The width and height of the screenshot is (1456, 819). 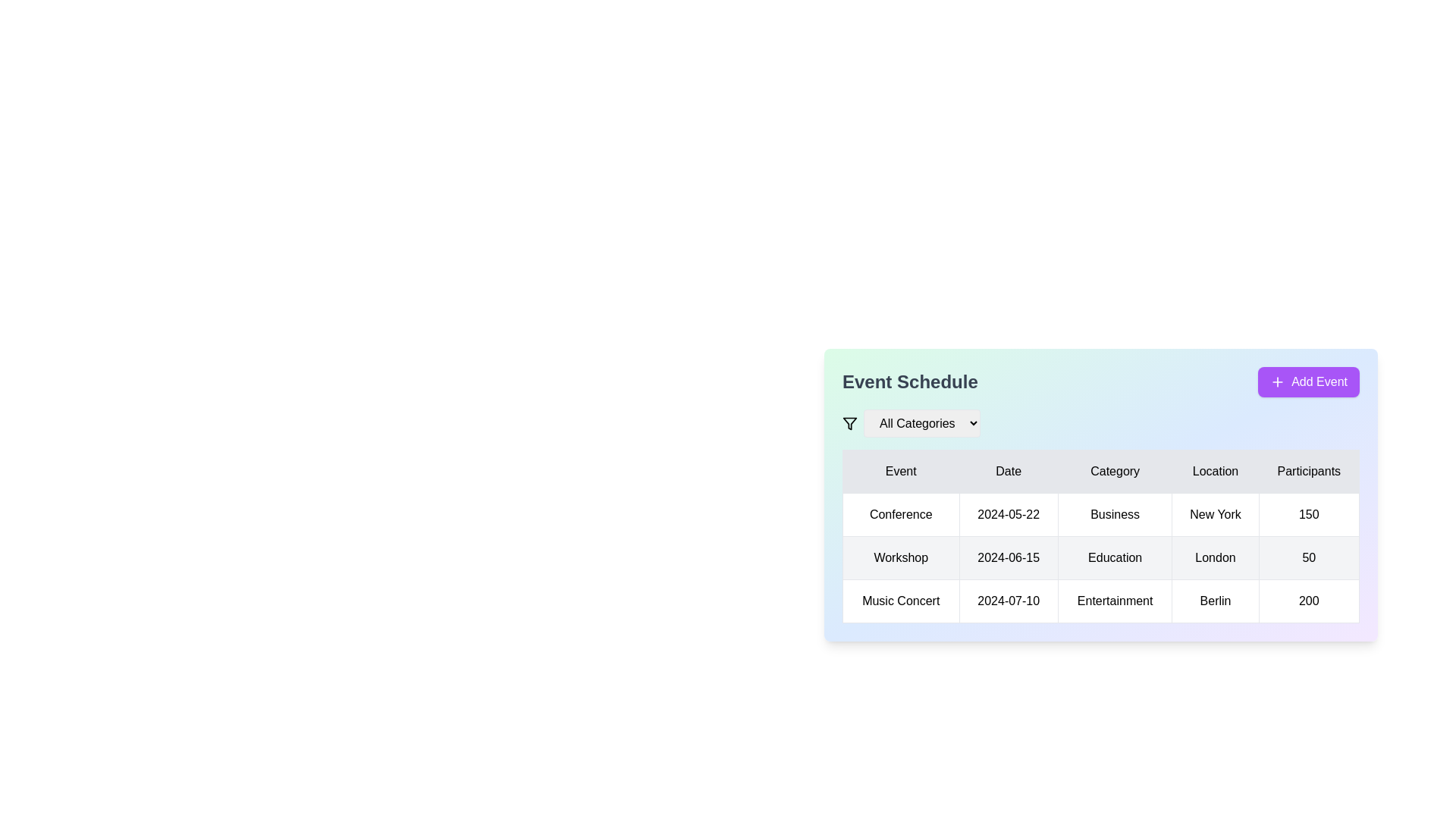 What do you see at coordinates (1100, 558) in the screenshot?
I see `the second row of the data table displaying details about the 'Workshop' event scheduled for '2024-06-15' in 'London'` at bounding box center [1100, 558].